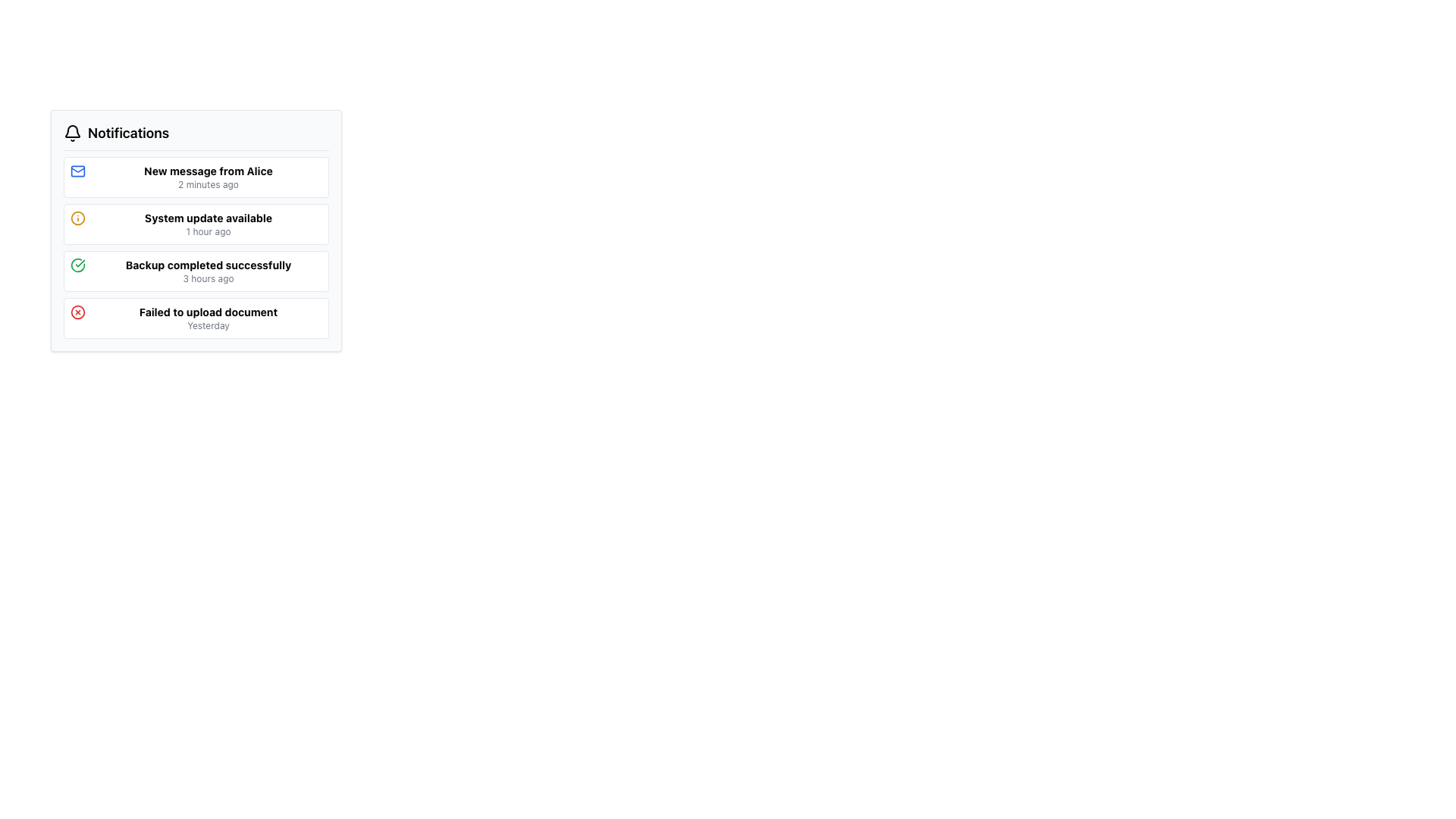 Image resolution: width=1456 pixels, height=819 pixels. I want to click on the leftmost icon in the notification entry labeled 'Backup completed successfully', which is the third notification in the list, so click(77, 265).